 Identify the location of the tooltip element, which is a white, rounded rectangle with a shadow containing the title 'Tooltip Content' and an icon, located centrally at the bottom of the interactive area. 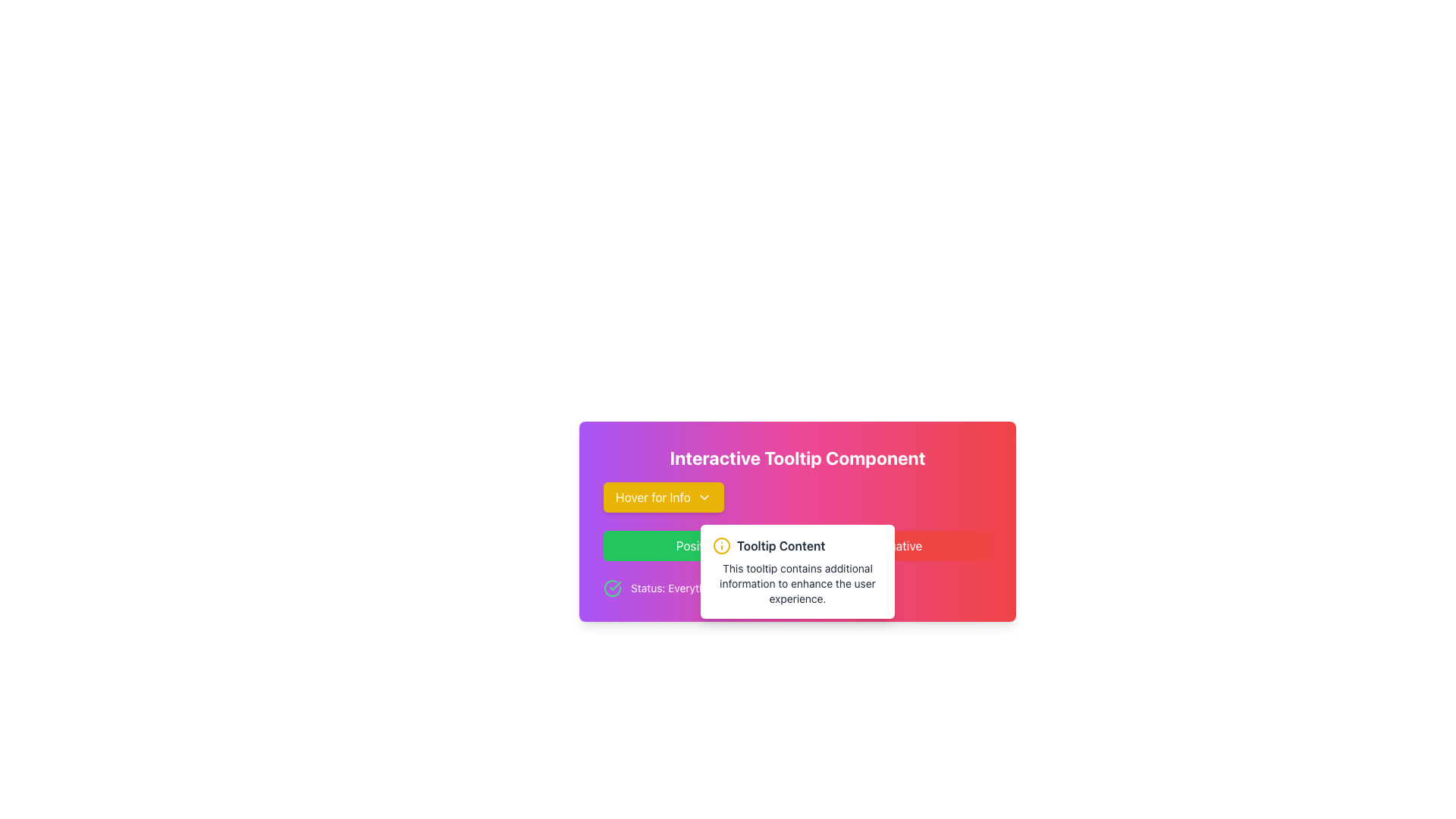
(796, 571).